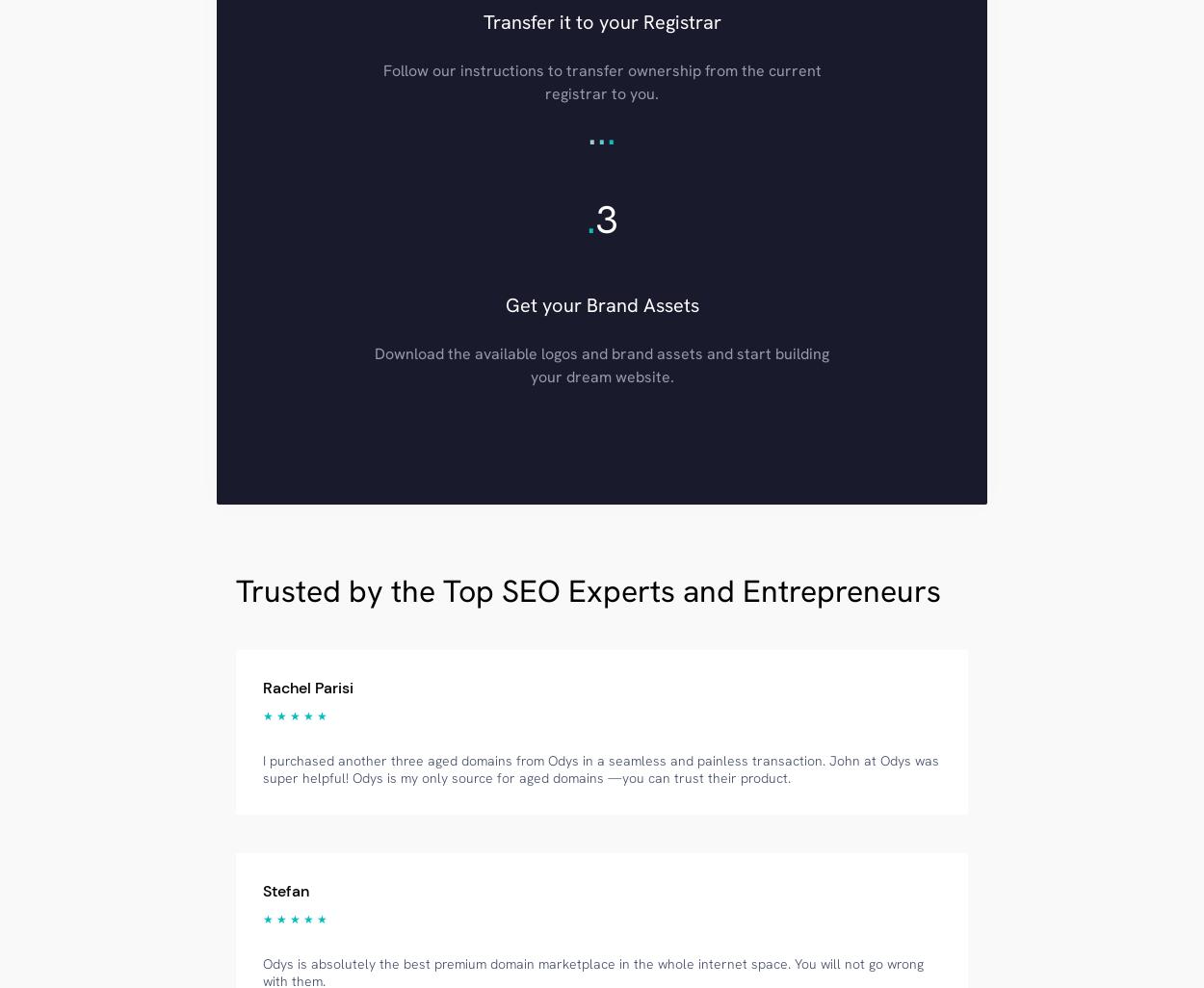  What do you see at coordinates (600, 20) in the screenshot?
I see `'Transfer it to your Registrar'` at bounding box center [600, 20].